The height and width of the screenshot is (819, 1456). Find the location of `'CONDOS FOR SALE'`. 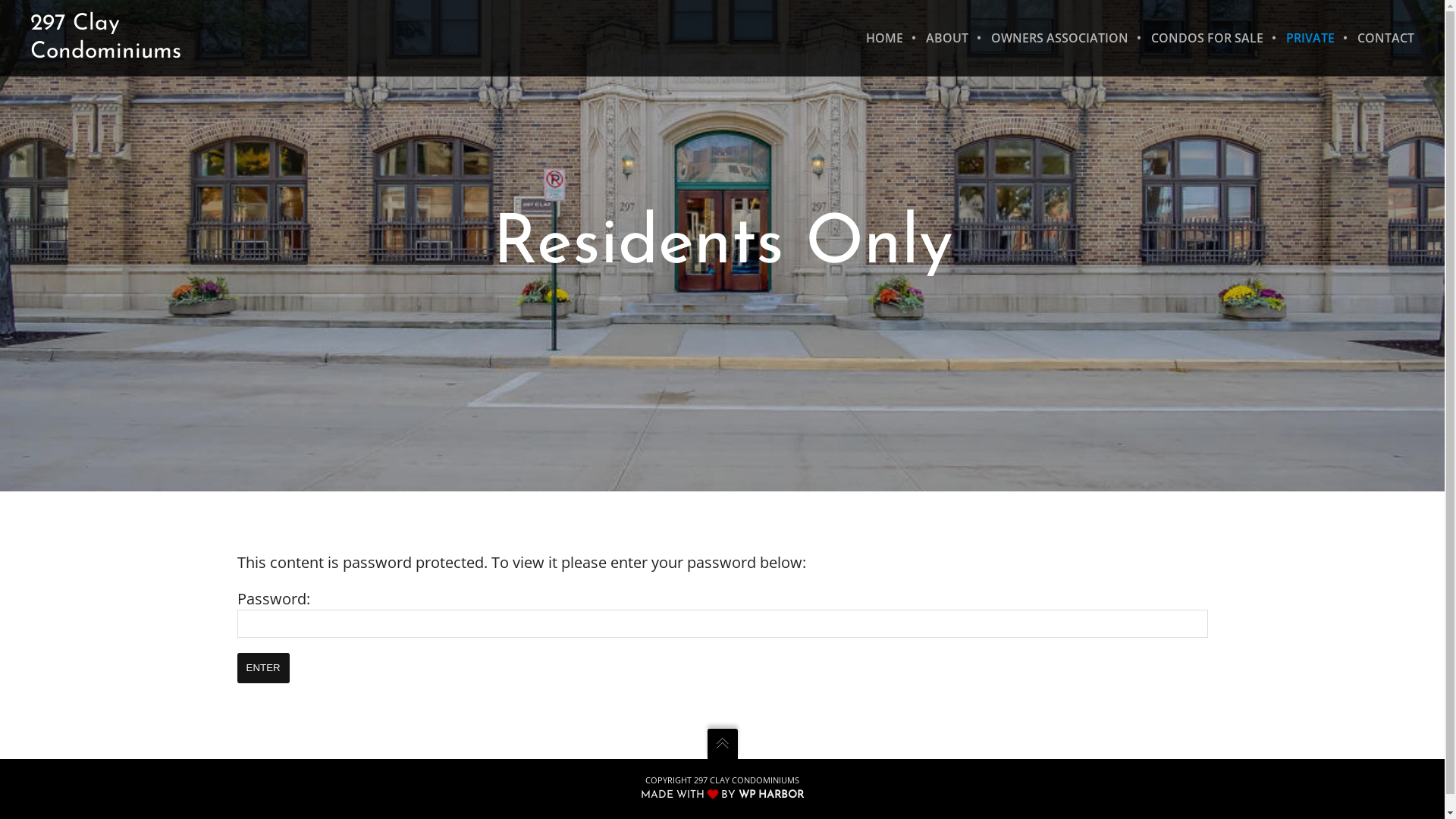

'CONDOS FOR SALE' is located at coordinates (1139, 37).